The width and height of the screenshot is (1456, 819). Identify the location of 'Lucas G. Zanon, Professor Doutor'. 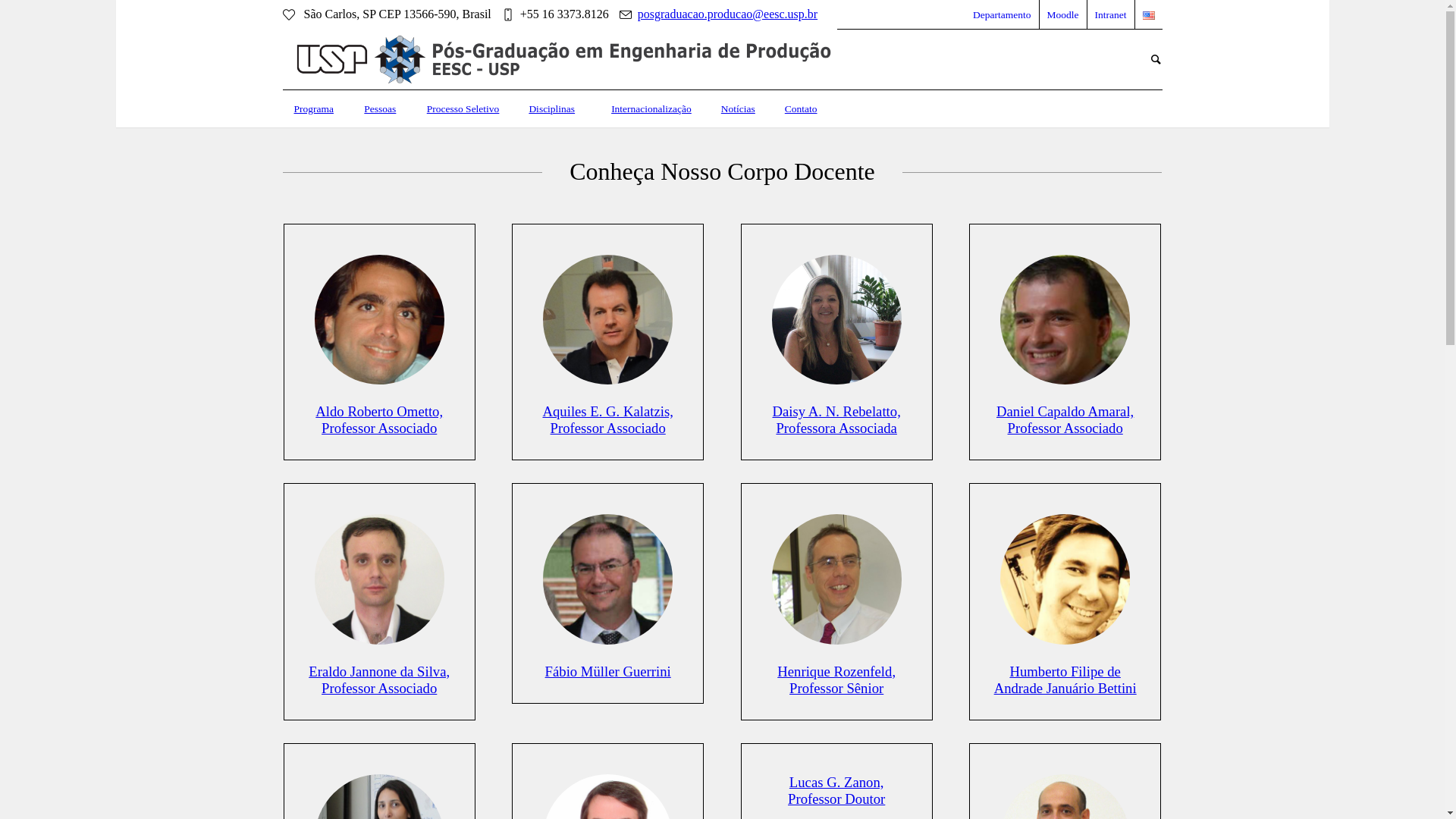
(787, 789).